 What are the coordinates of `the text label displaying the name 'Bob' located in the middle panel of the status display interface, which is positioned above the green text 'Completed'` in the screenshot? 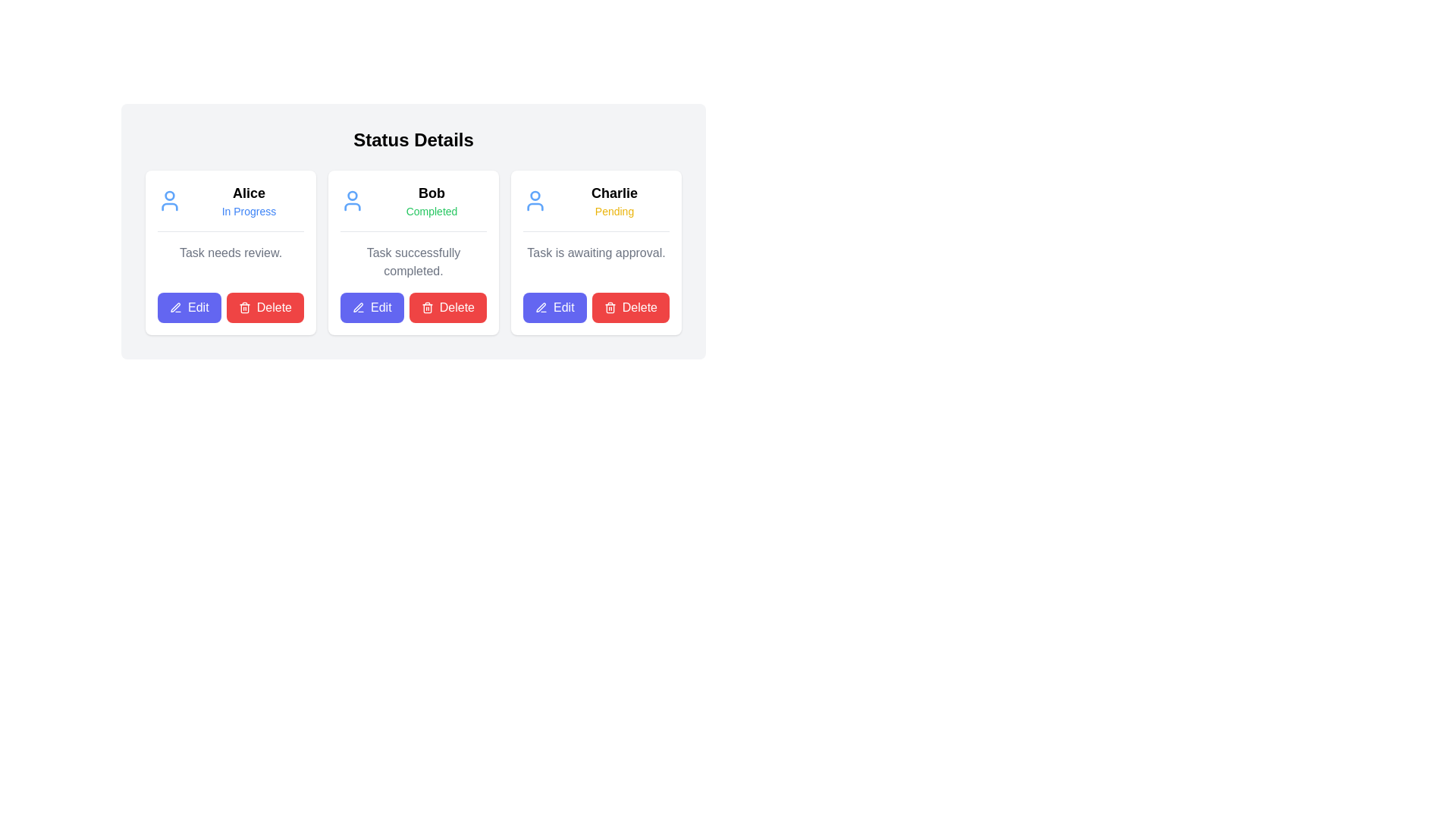 It's located at (431, 192).